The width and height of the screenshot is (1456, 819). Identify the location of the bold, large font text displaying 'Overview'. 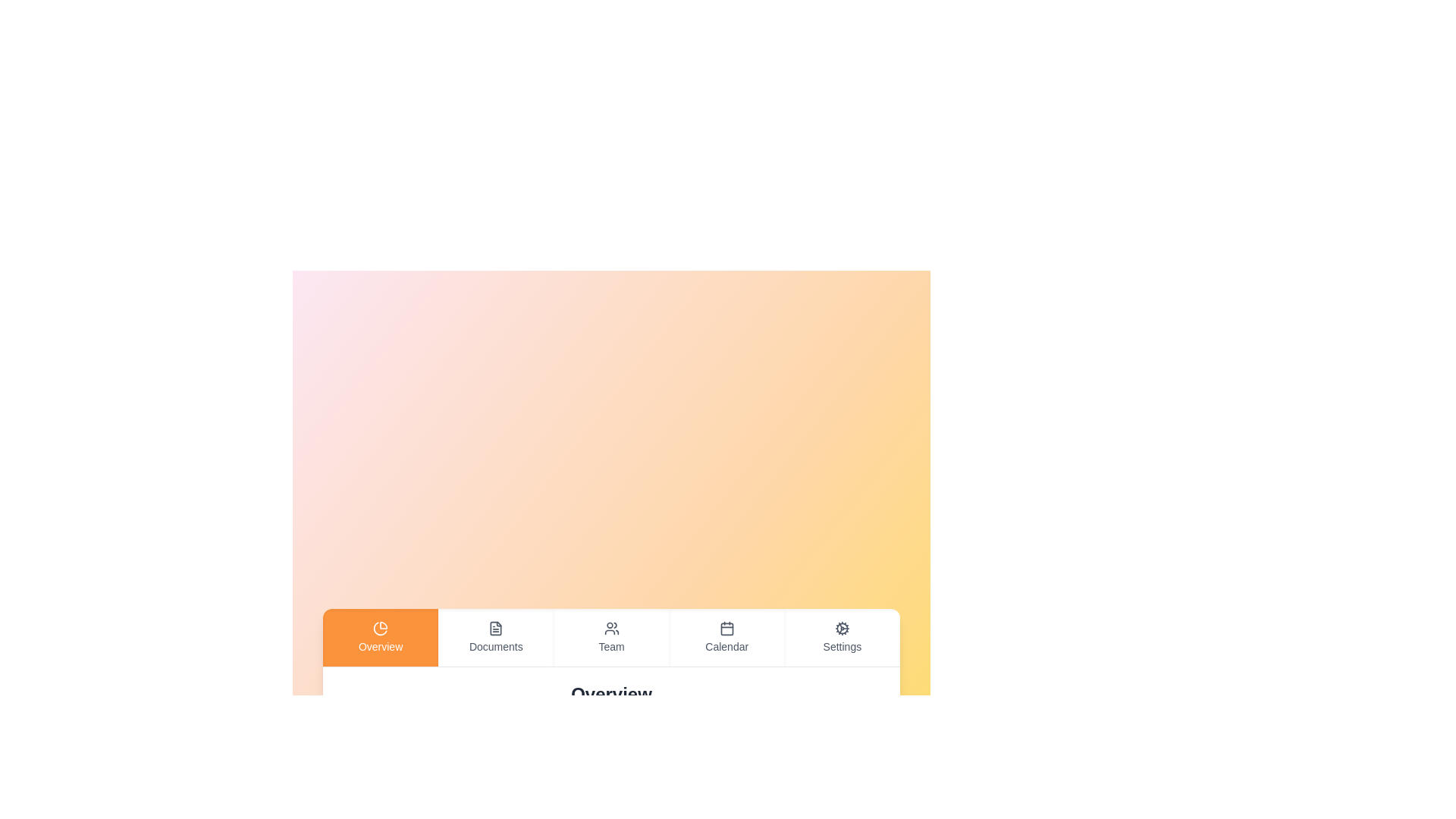
(611, 694).